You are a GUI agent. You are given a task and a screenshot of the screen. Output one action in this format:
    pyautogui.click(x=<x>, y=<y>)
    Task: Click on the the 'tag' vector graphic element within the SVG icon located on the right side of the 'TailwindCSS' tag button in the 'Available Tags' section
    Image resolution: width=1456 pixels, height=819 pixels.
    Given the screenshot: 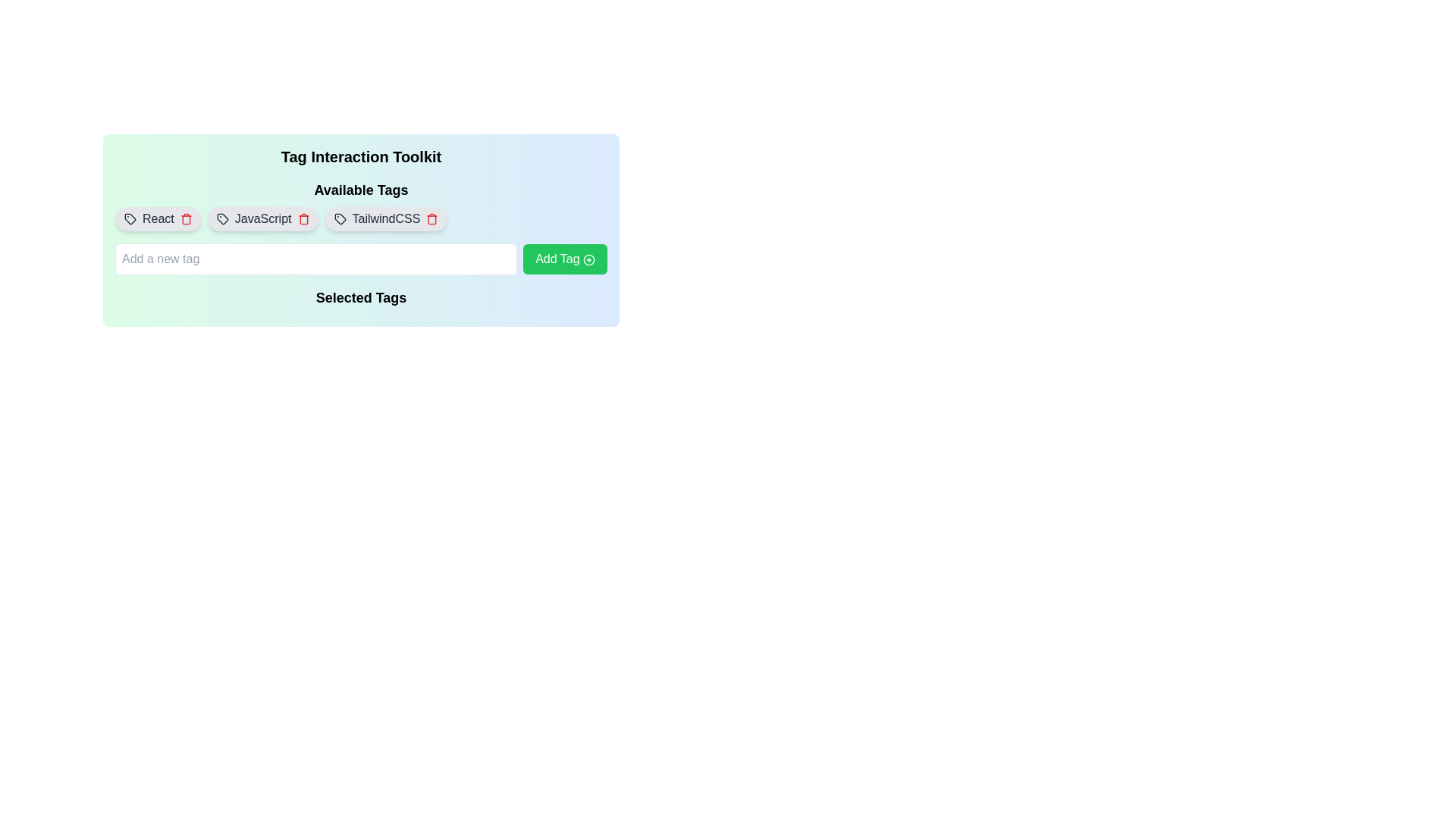 What is the action you would take?
    pyautogui.click(x=339, y=219)
    